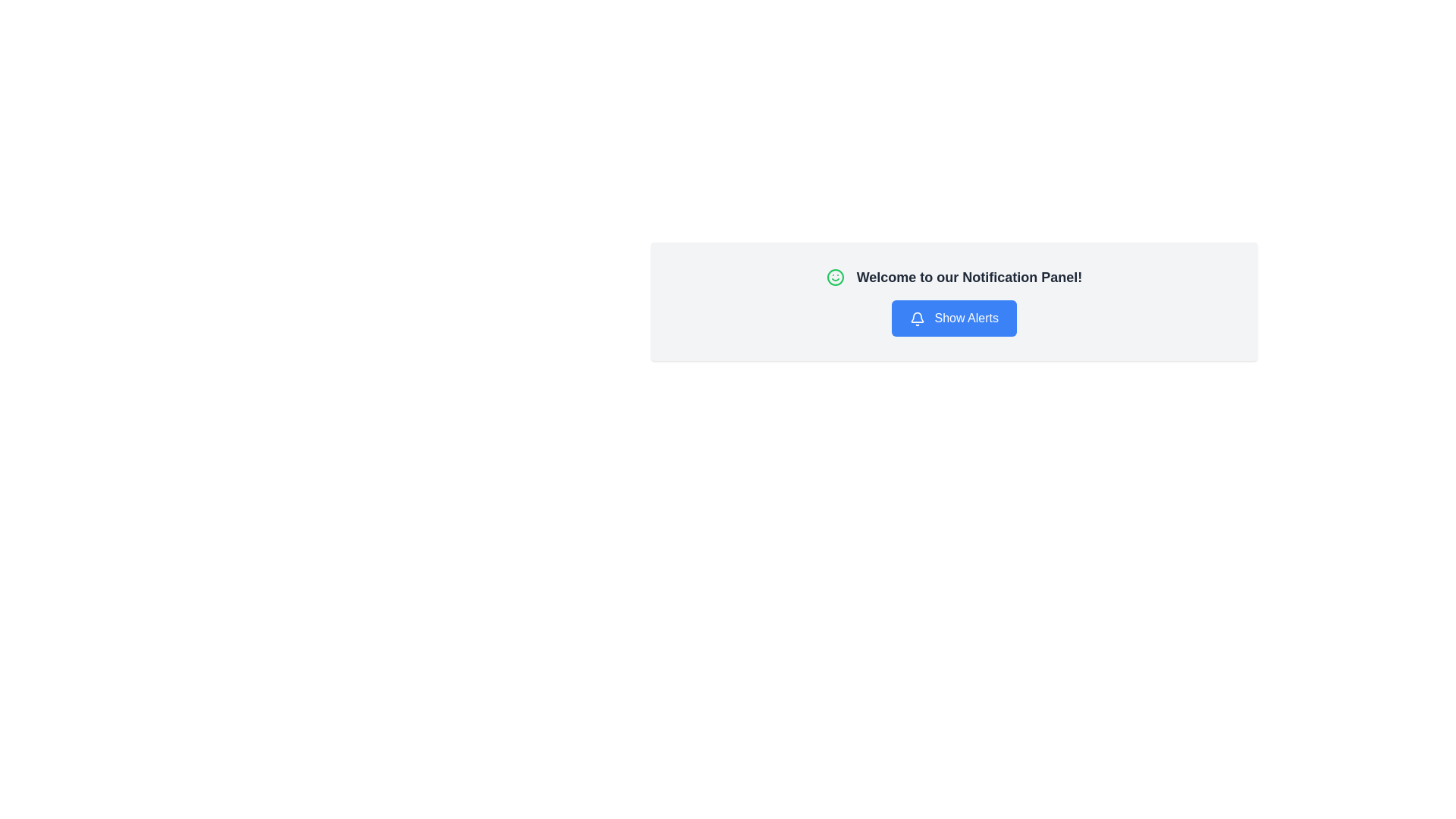 This screenshot has width=1456, height=819. Describe the element at coordinates (968, 278) in the screenshot. I see `the informational text that serves as the title or greeting for the notification panel, located to the right of the green smiling icon and above the blue button labeled 'Show Alerts'` at that location.